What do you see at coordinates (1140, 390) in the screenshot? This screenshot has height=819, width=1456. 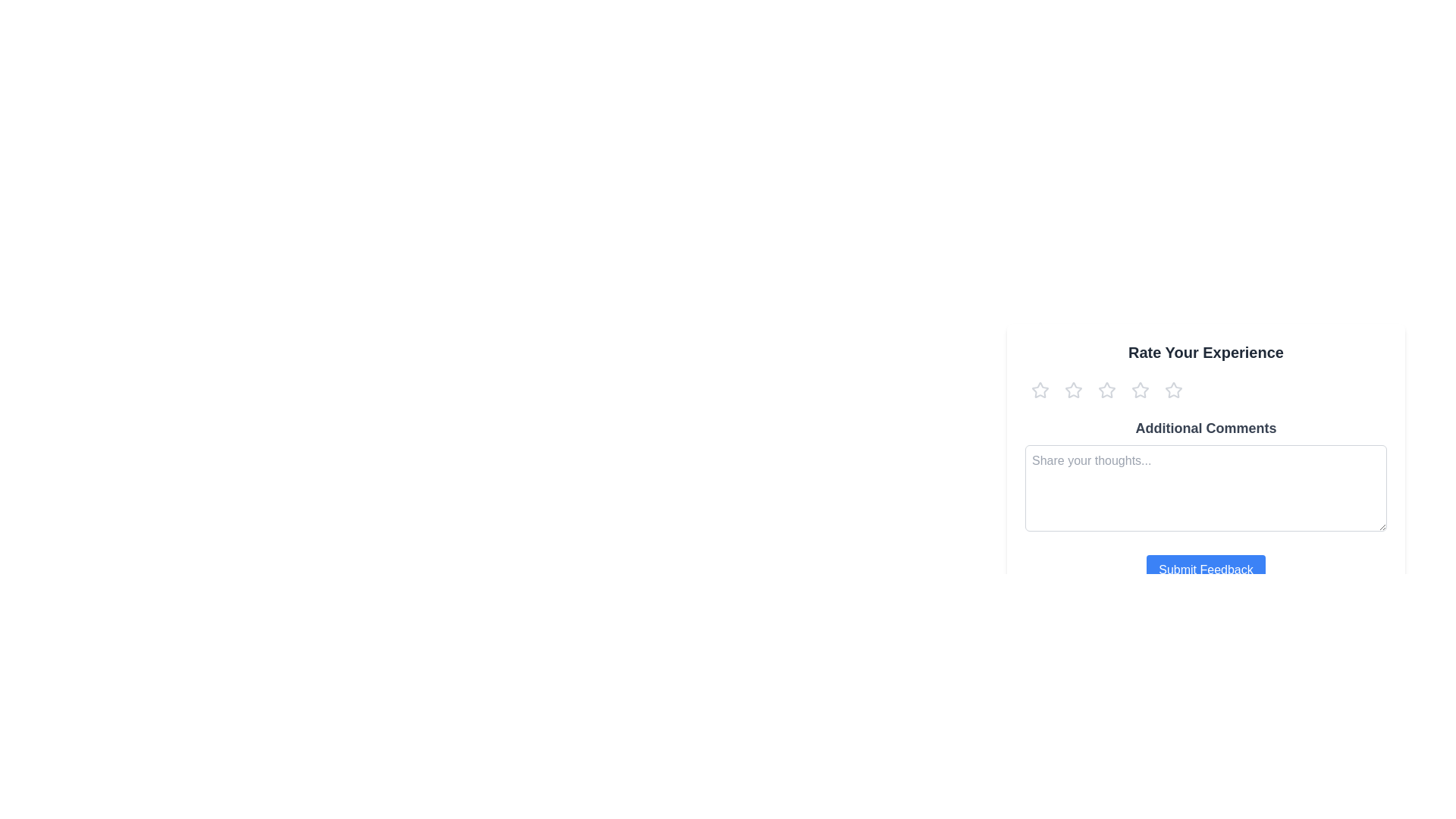 I see `the third star in the rating system, located under the title 'Rate Your Experience'` at bounding box center [1140, 390].